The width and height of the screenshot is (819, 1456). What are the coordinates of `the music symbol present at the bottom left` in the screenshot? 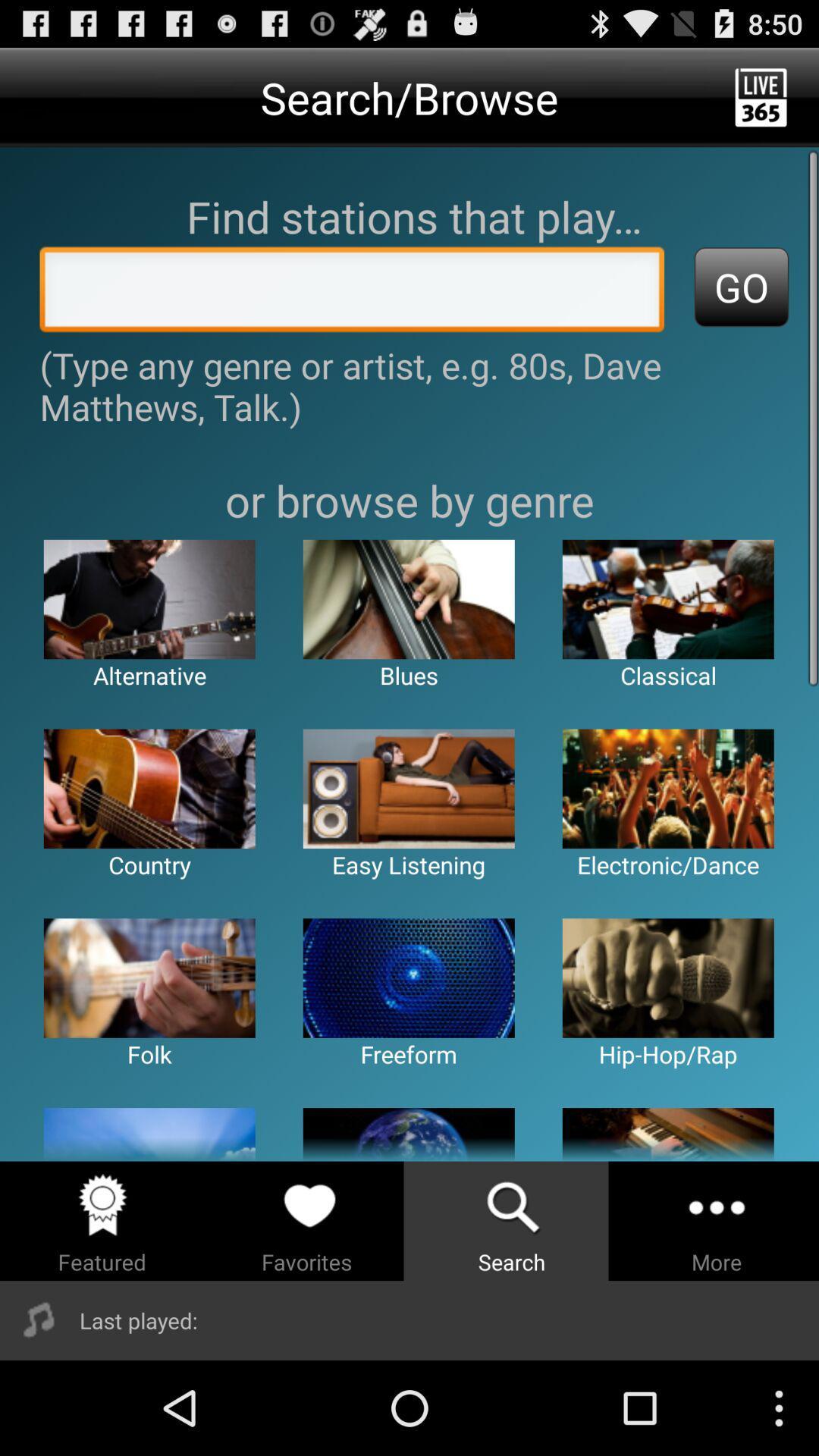 It's located at (39, 1319).